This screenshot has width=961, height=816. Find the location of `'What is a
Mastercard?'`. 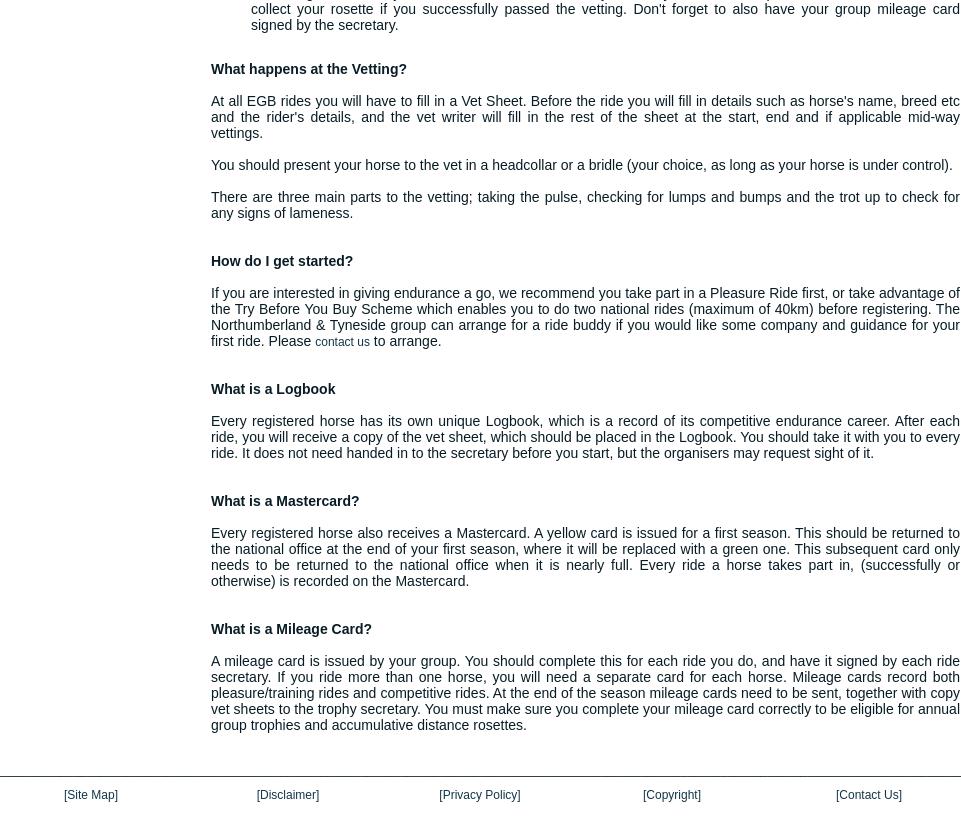

'What is a
Mastercard?' is located at coordinates (285, 500).